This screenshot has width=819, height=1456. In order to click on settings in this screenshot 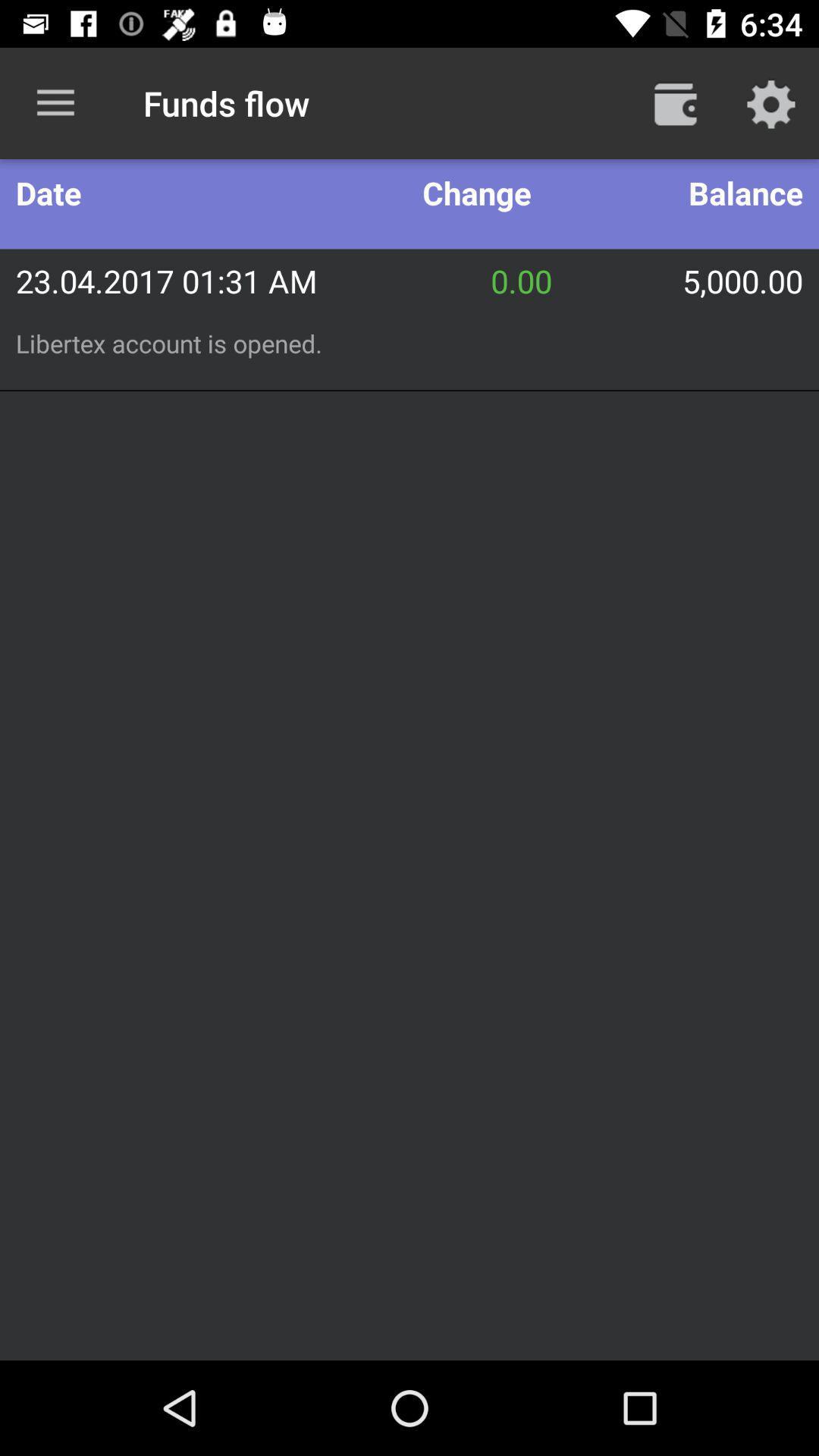, I will do `click(771, 102)`.